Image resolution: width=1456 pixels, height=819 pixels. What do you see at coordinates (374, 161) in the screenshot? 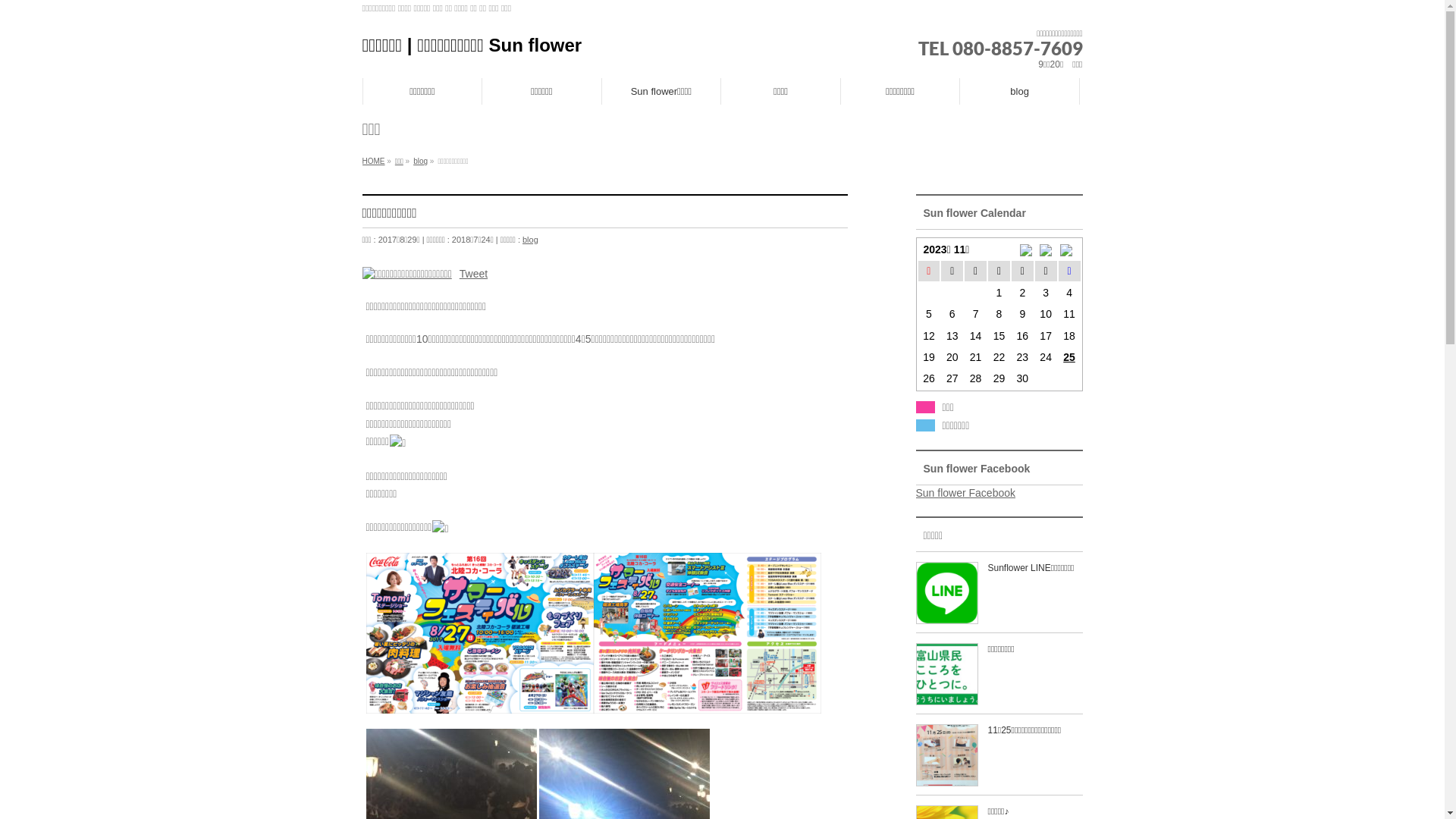
I see `'HOME'` at bounding box center [374, 161].